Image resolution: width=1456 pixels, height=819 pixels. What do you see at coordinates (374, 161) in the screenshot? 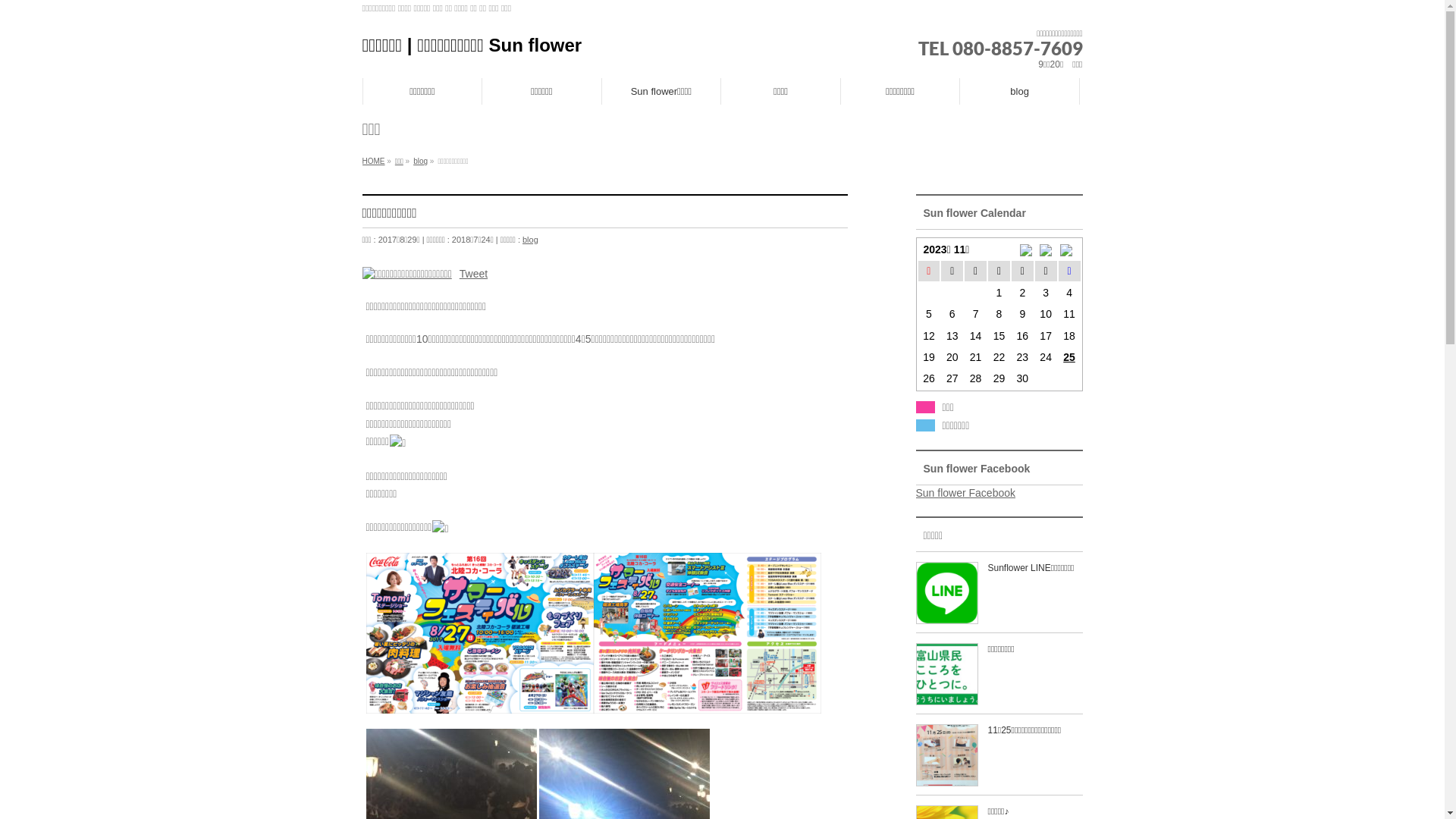
I see `'HOME'` at bounding box center [374, 161].